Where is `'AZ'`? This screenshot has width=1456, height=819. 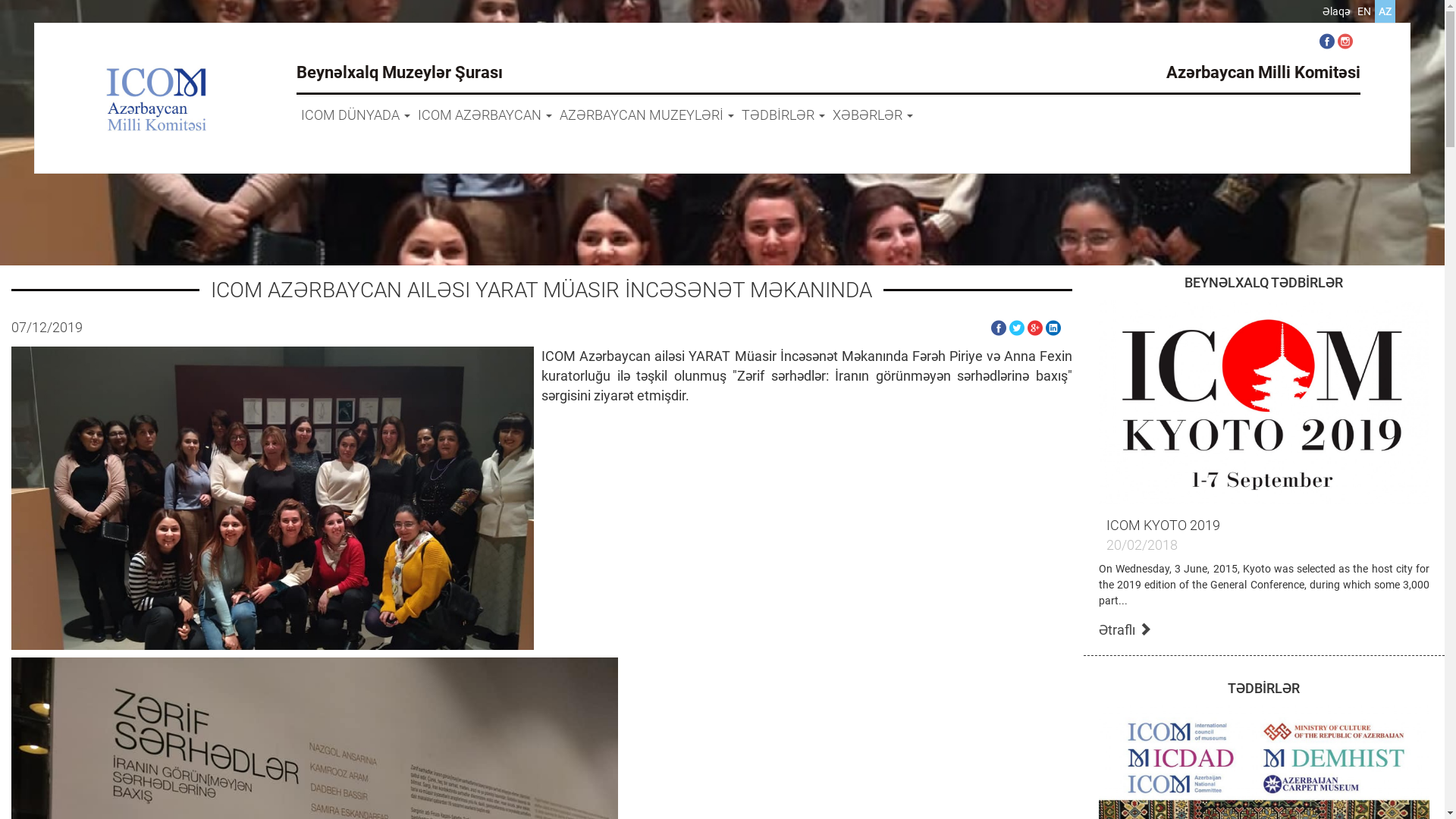 'AZ' is located at coordinates (1379, 11).